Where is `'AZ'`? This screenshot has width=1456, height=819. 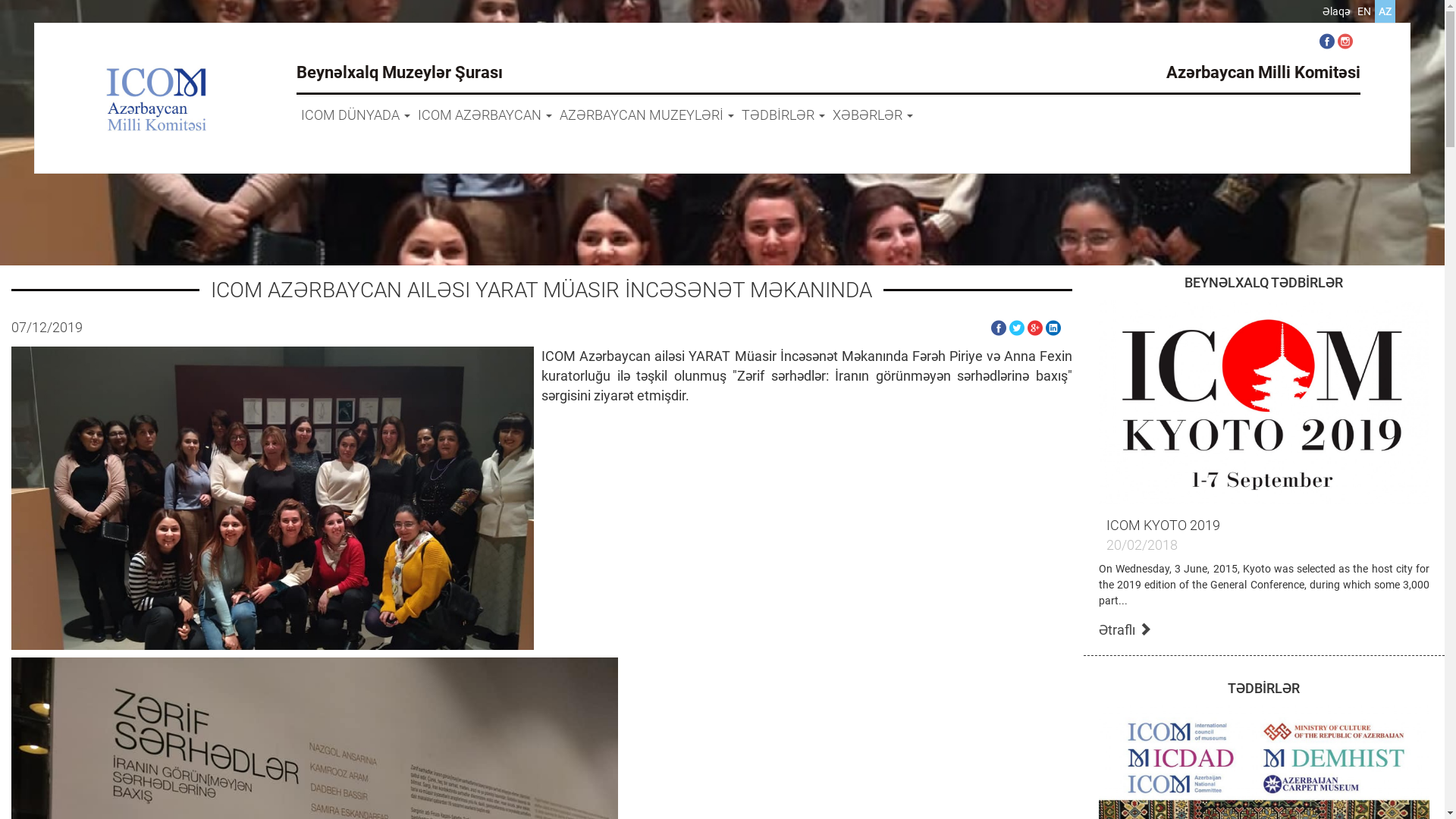 'AZ' is located at coordinates (1379, 11).